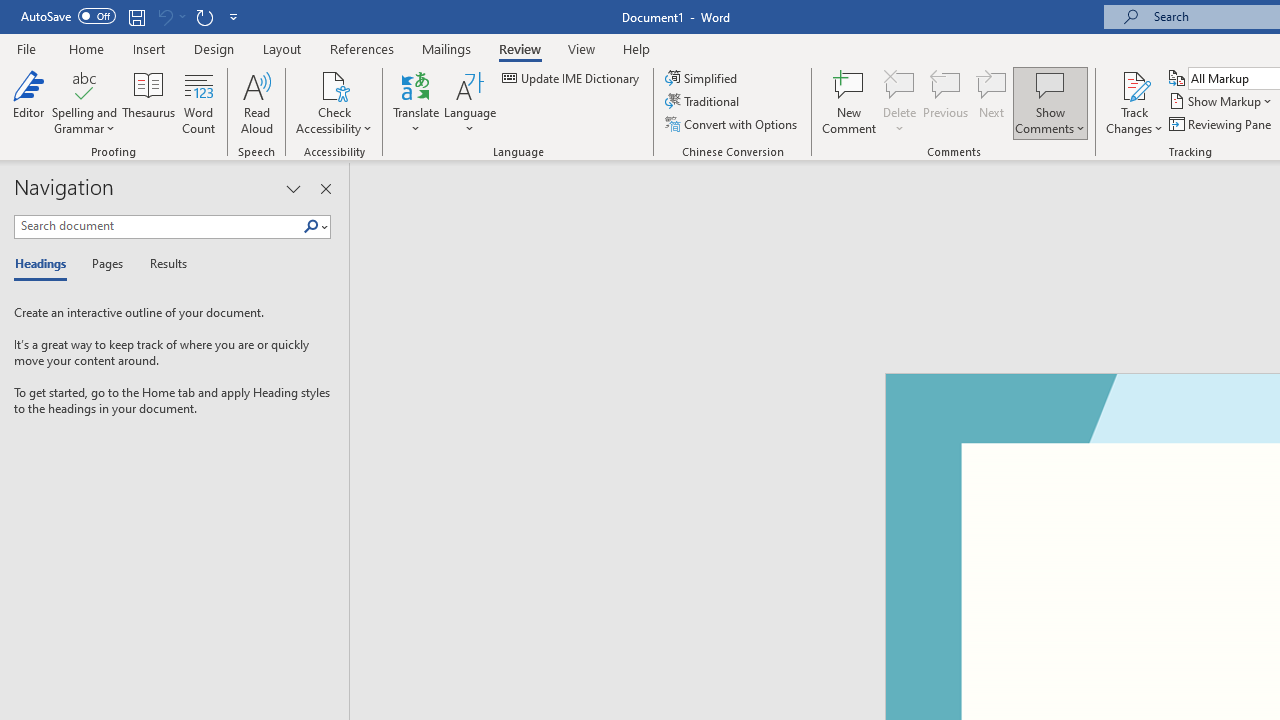 Image resolution: width=1280 pixels, height=720 pixels. What do you see at coordinates (702, 77) in the screenshot?
I see `'Simplified'` at bounding box center [702, 77].